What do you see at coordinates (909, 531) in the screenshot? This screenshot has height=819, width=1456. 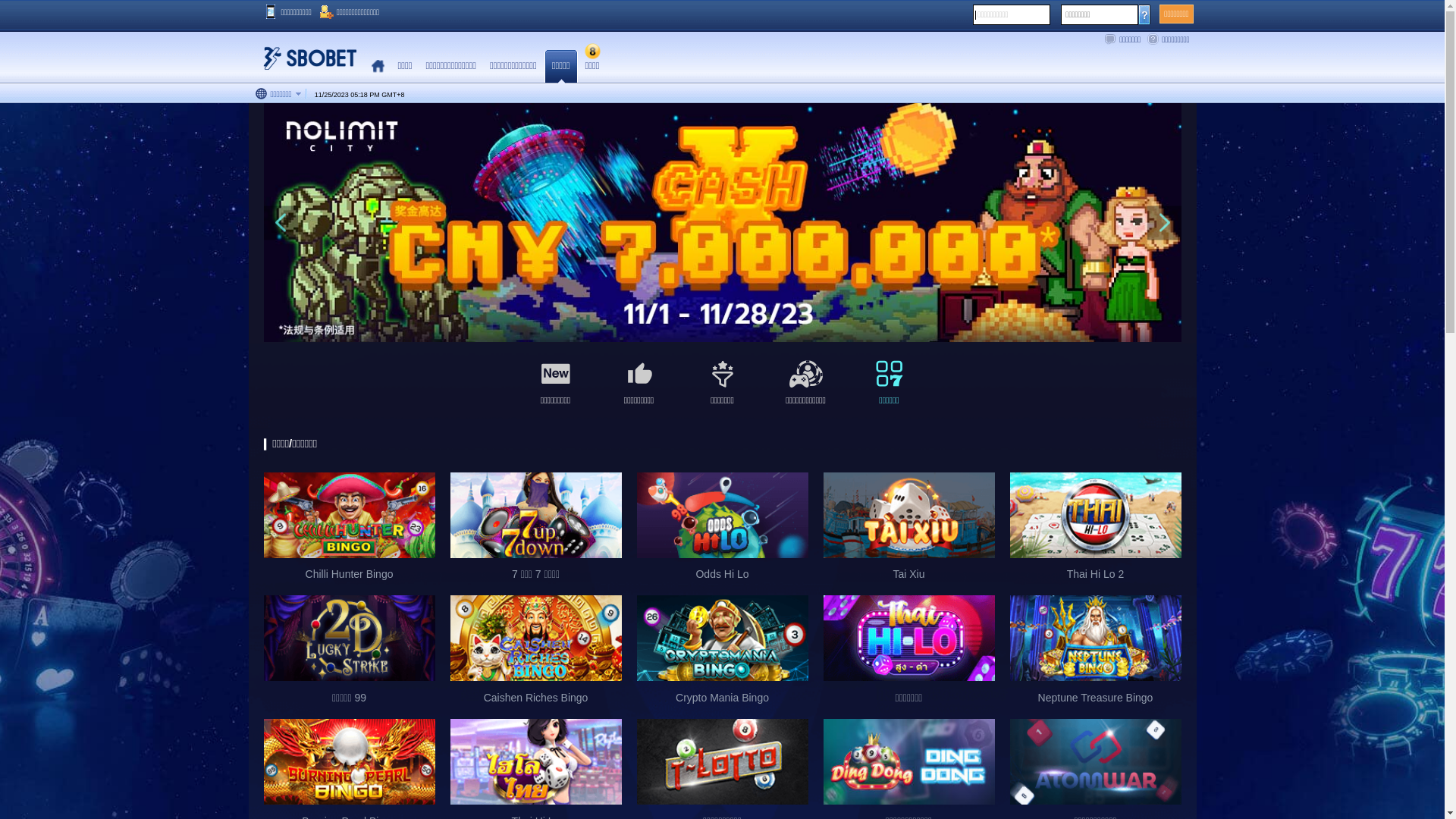 I see `'Tai Xiu'` at bounding box center [909, 531].